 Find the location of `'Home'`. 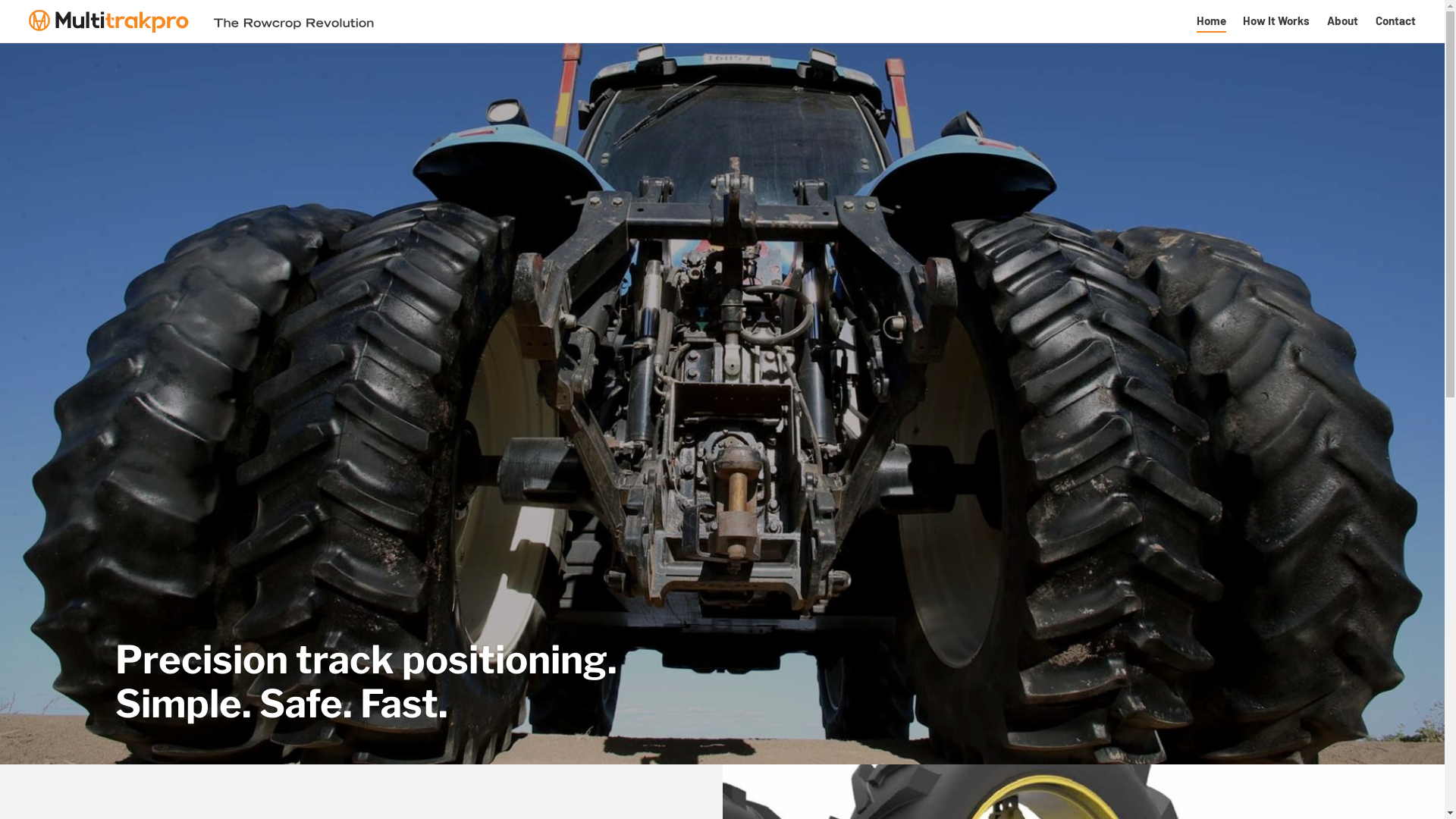

'Home' is located at coordinates (1210, 20).